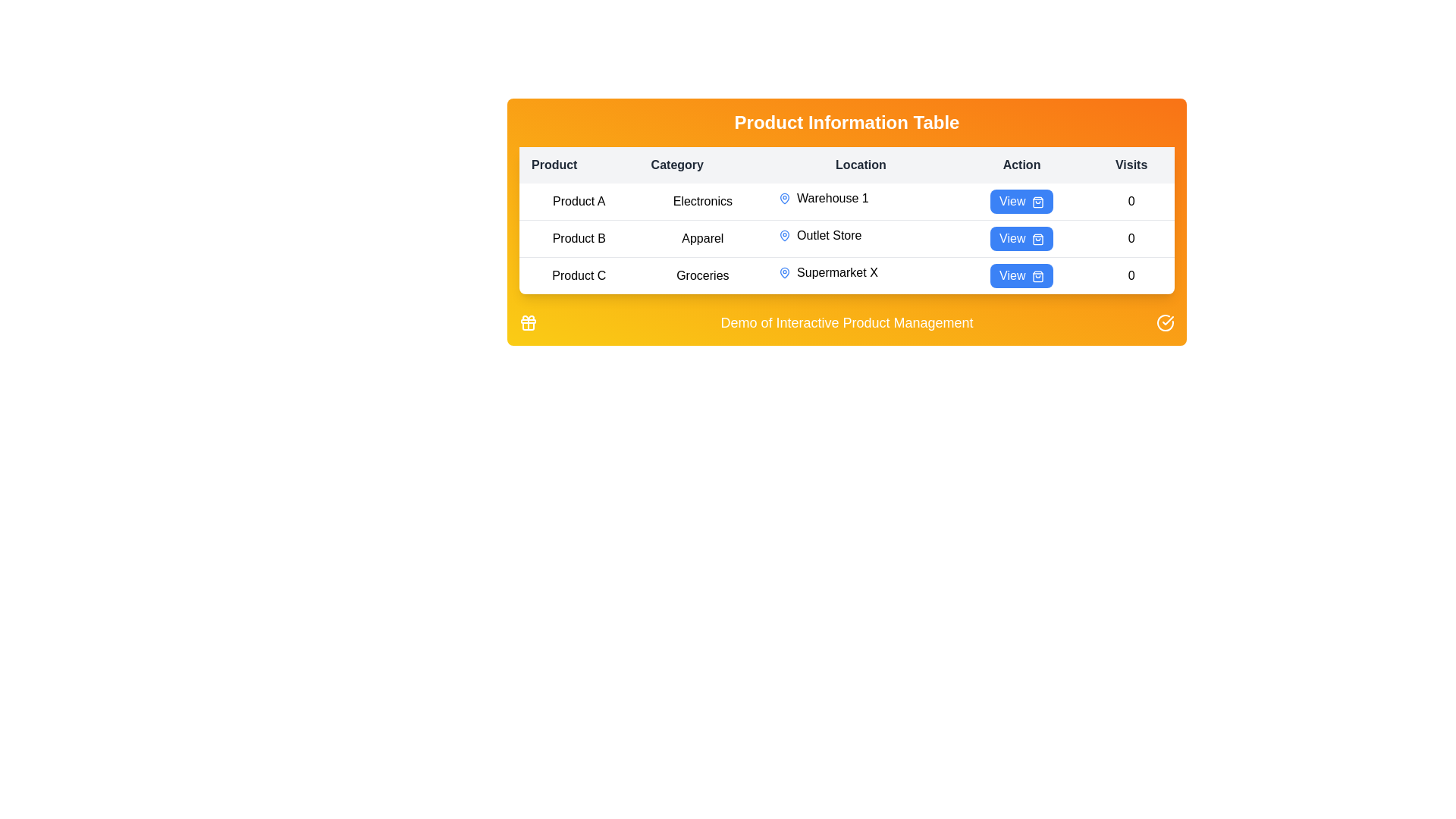 Image resolution: width=1456 pixels, height=819 pixels. I want to click on the button in the third row of the action column for 'Product C', so click(1021, 275).